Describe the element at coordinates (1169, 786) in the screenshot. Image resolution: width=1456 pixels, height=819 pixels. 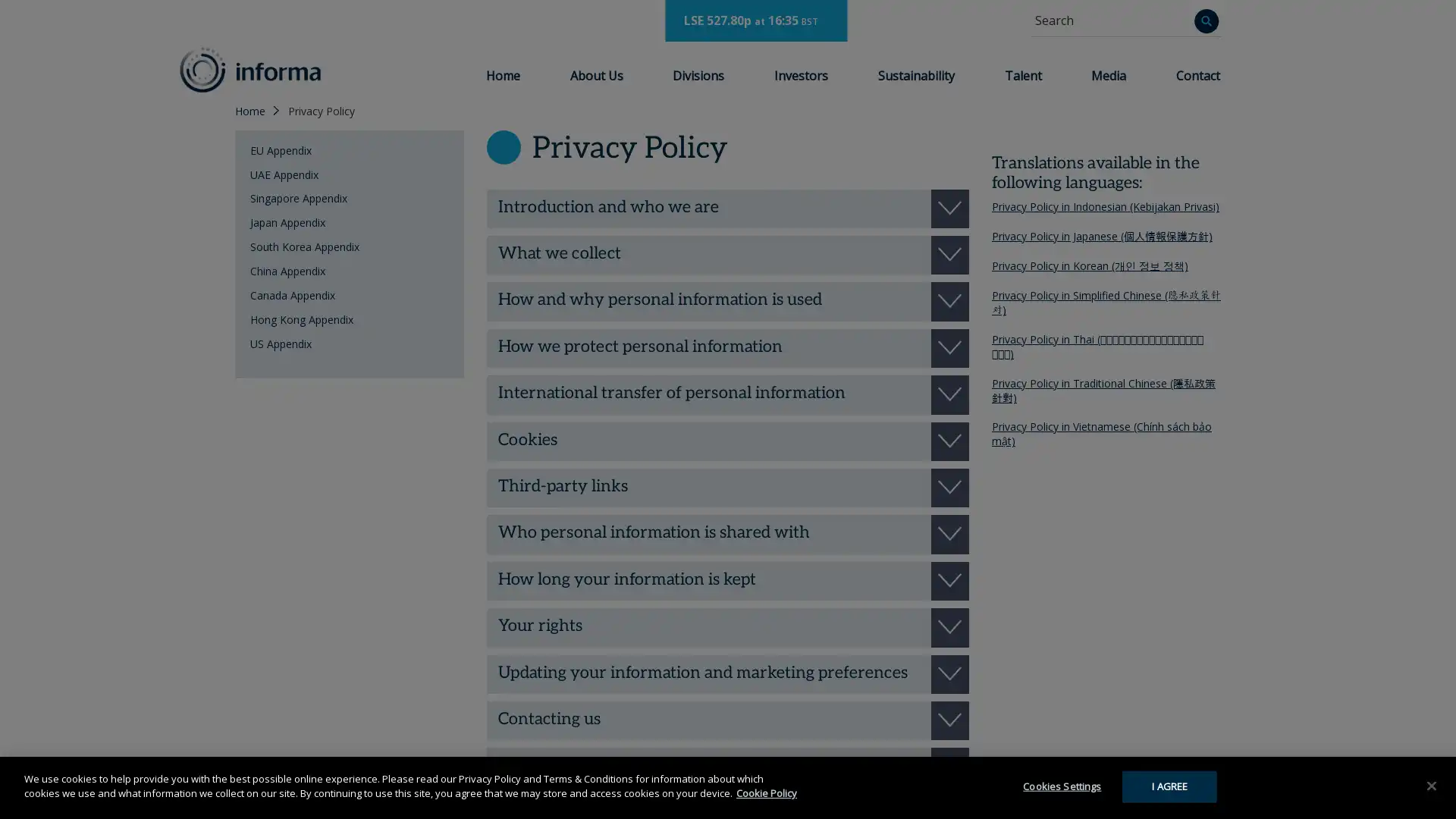
I see `I AGREE` at that location.